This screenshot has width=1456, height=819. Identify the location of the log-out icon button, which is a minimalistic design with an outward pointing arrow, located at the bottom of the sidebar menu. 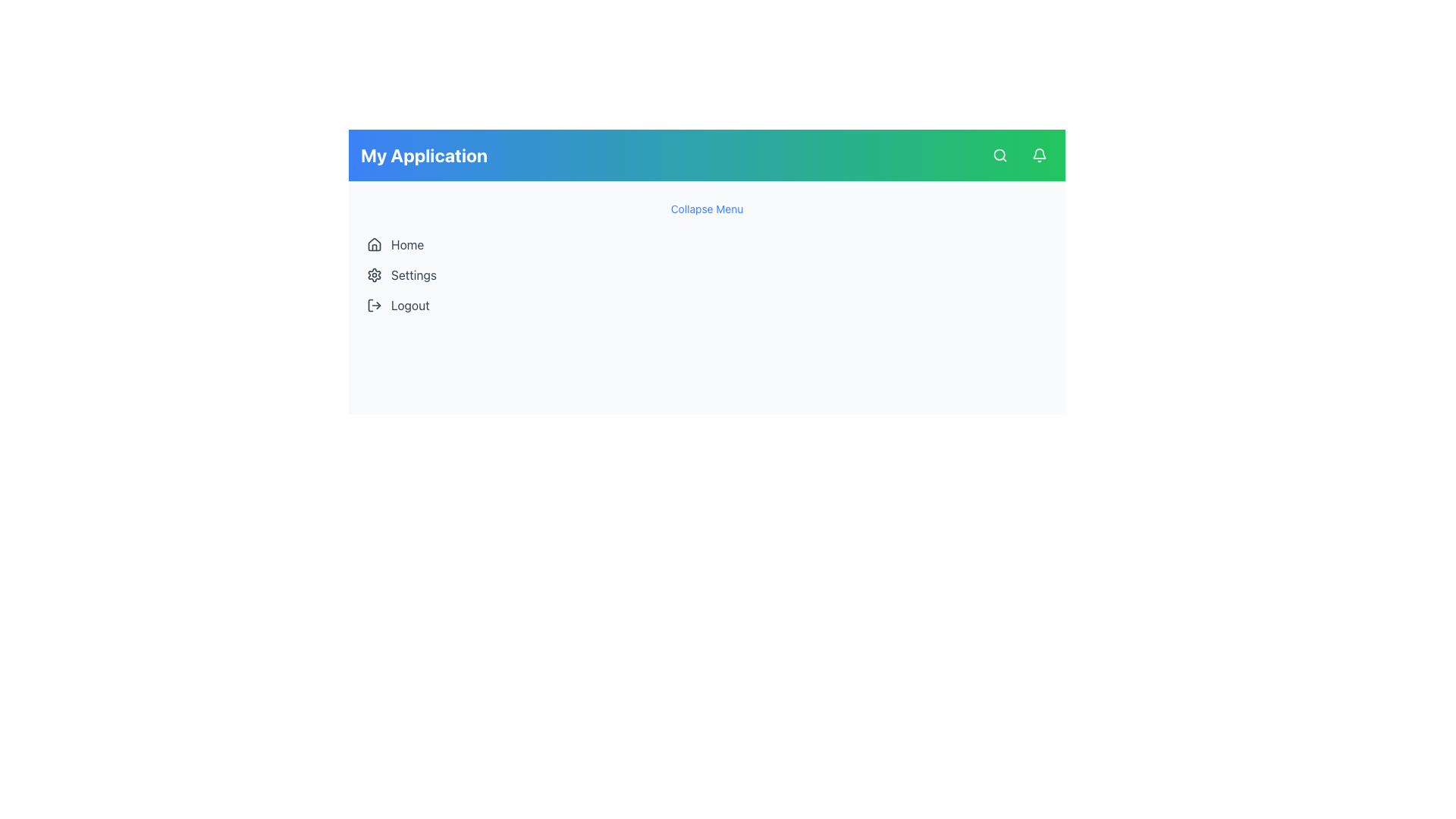
(375, 305).